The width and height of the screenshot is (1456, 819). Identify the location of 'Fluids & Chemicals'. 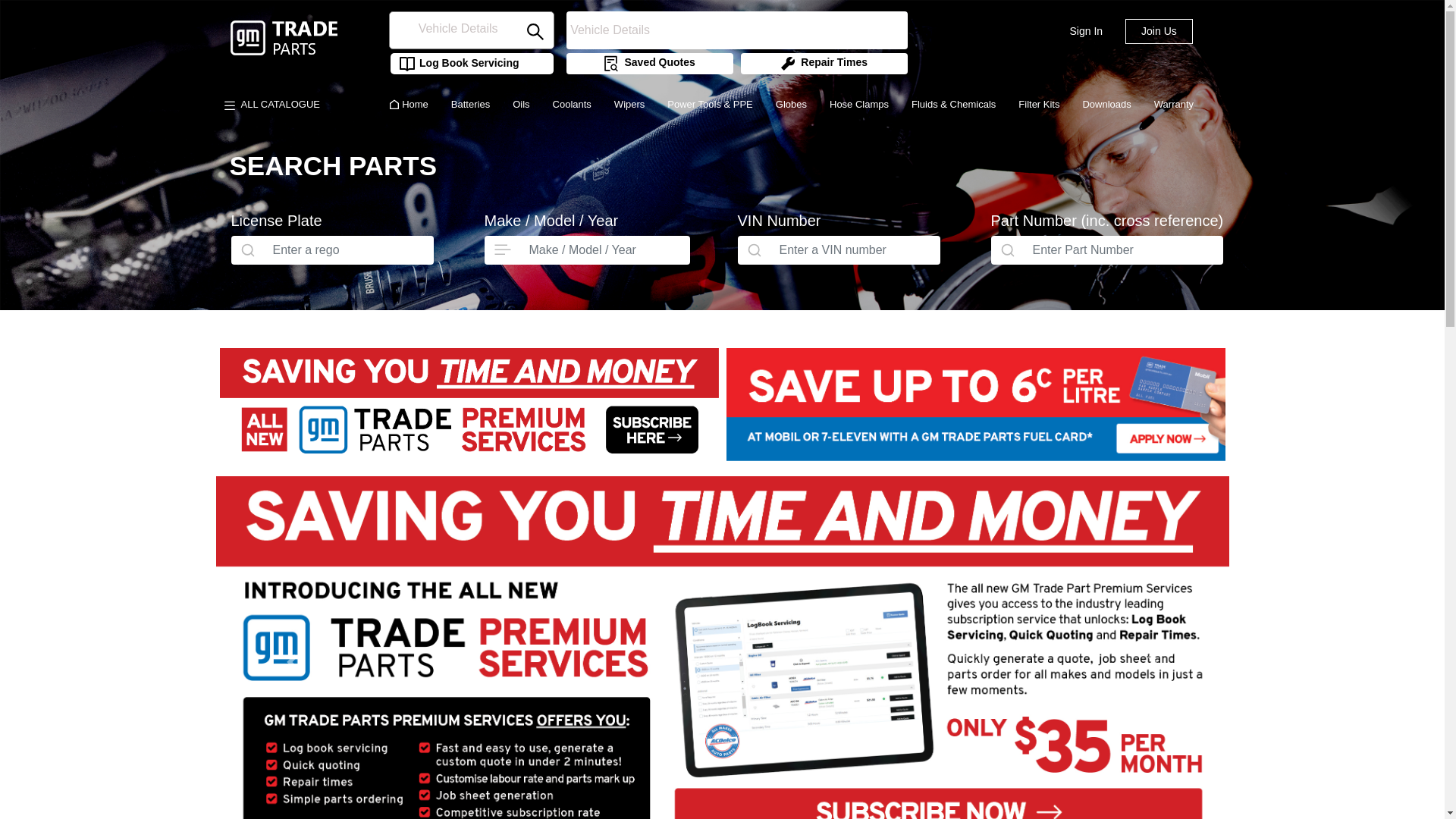
(952, 104).